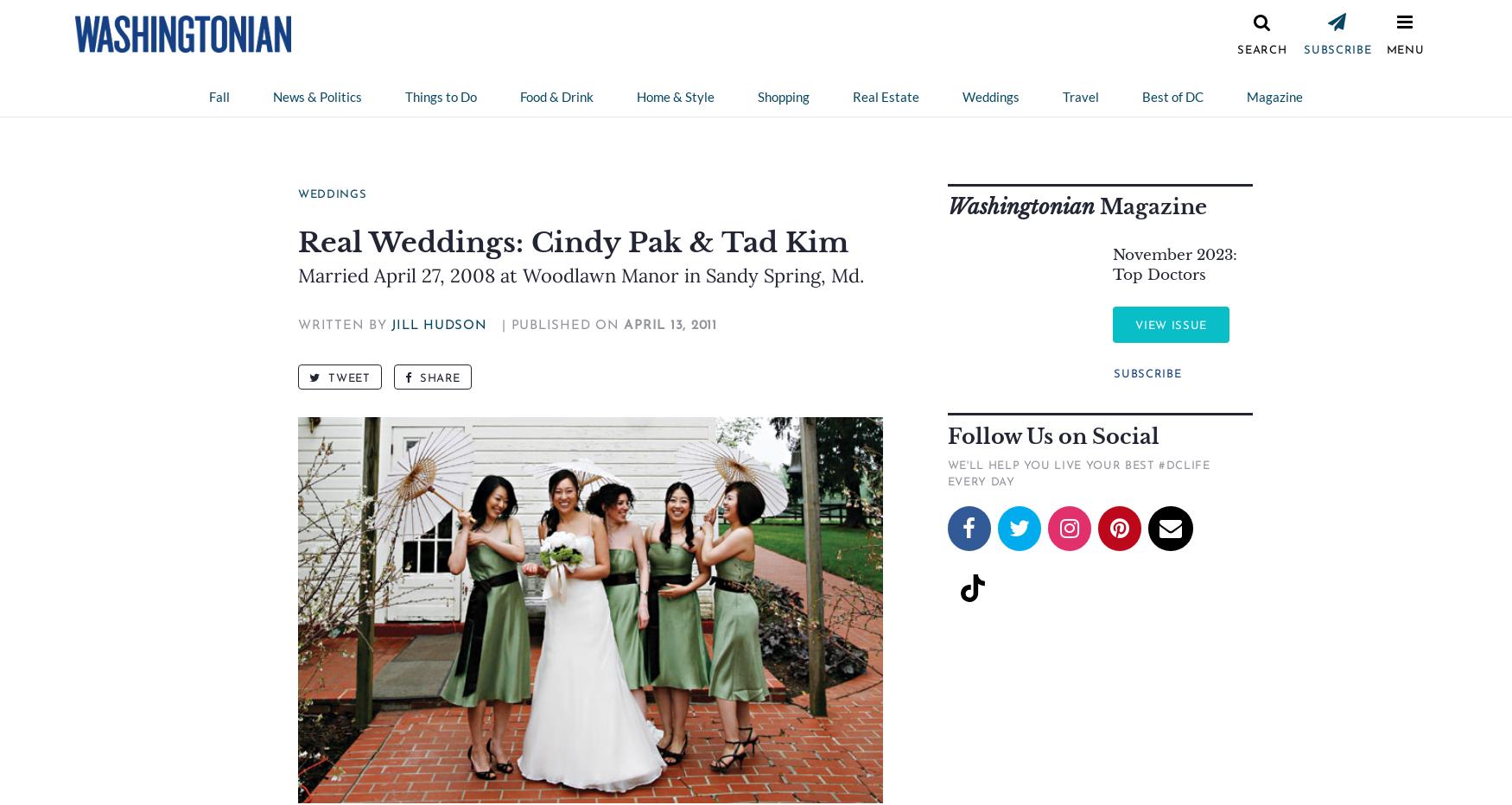 The image size is (1512, 805). I want to click on 'Real Weddings: Cindy Pak & Tad Kim', so click(572, 241).